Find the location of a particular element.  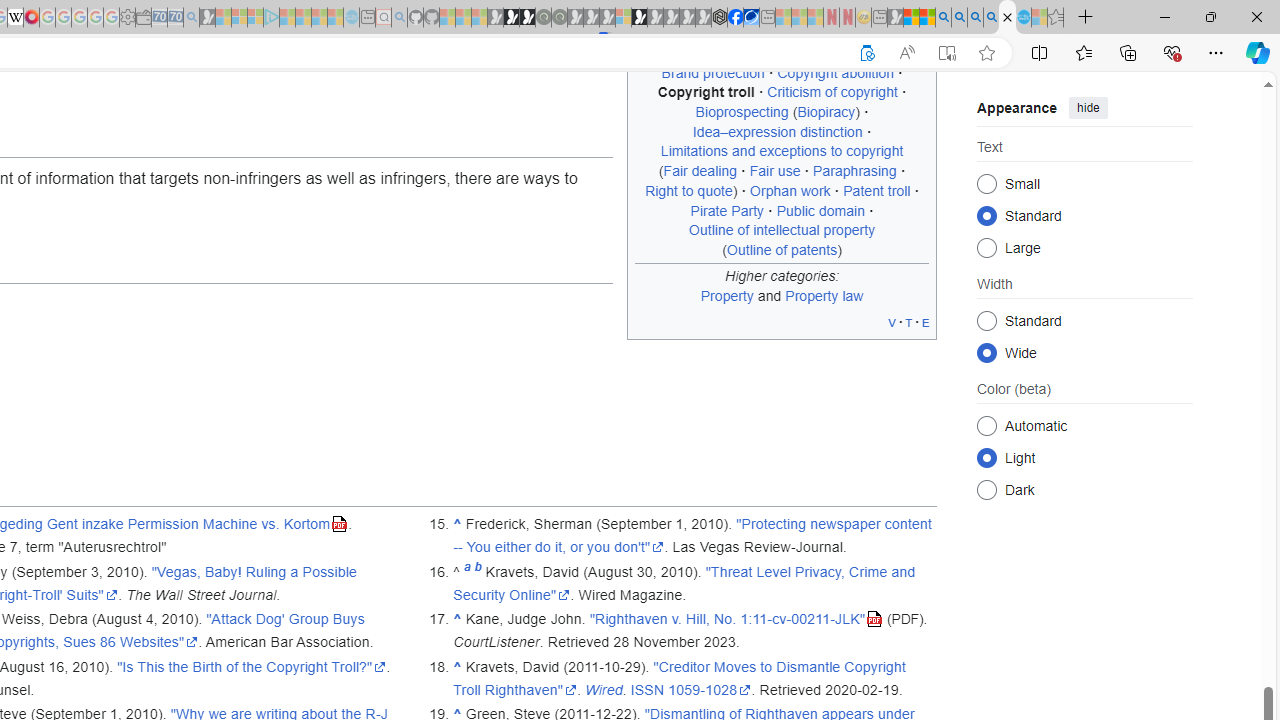

't' is located at coordinates (907, 321).